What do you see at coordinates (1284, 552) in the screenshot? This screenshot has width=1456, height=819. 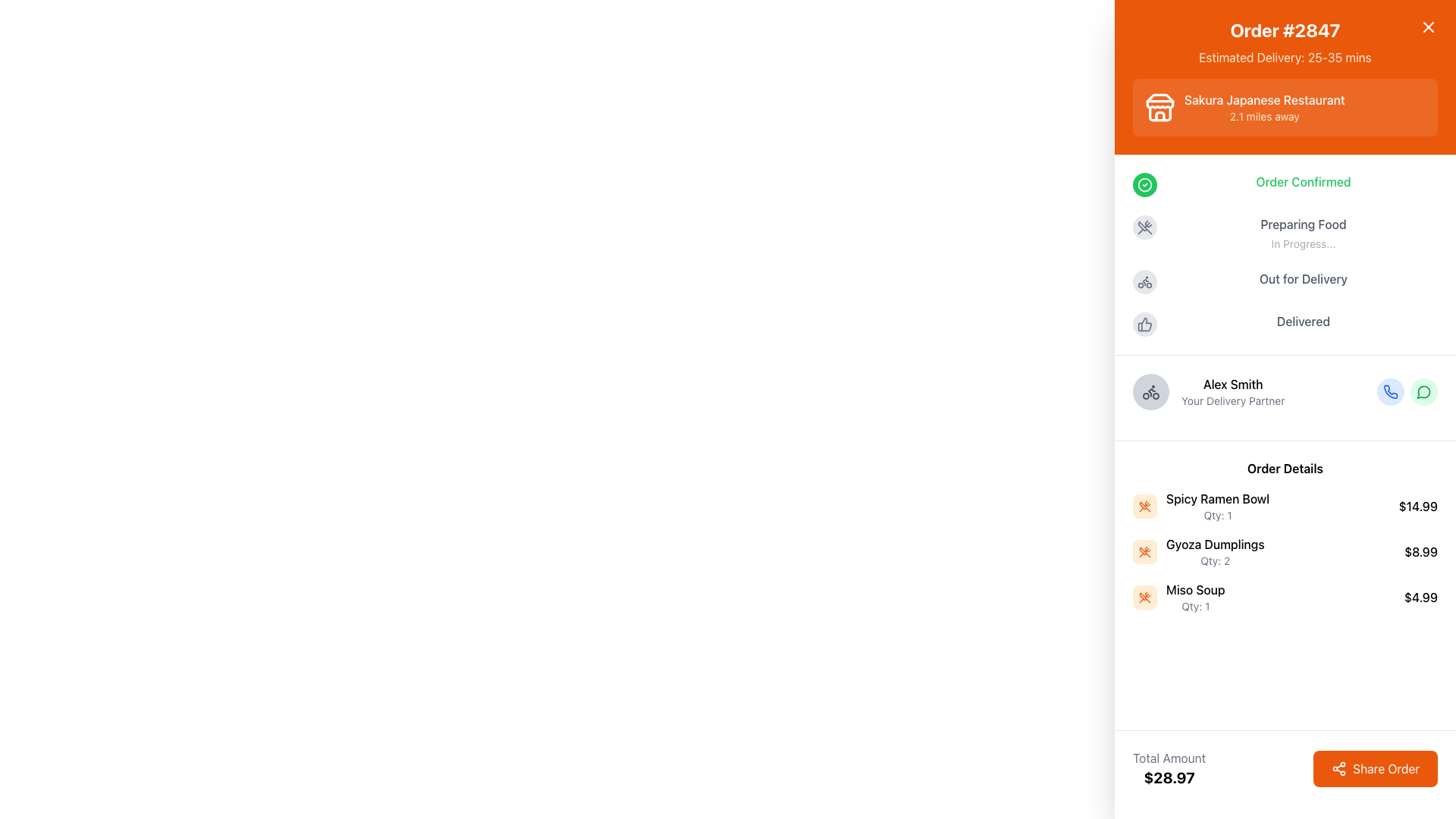 I see `the second list item in the order summary that displays 'Gyoza Dumplings', with quantity 'Qty: 2' and price '$8.99'` at bounding box center [1284, 552].